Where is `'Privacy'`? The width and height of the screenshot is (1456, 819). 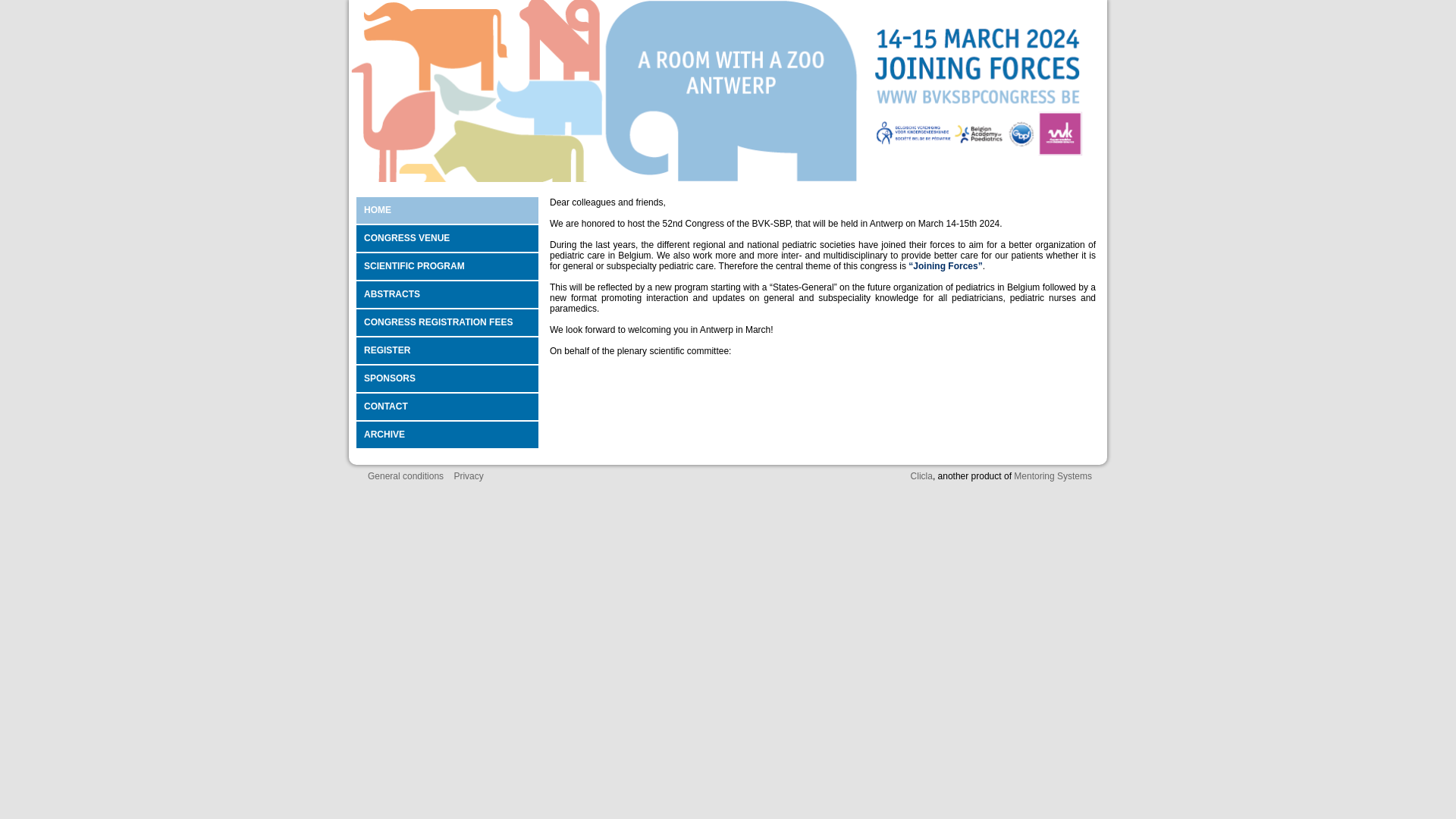 'Privacy' is located at coordinates (467, 475).